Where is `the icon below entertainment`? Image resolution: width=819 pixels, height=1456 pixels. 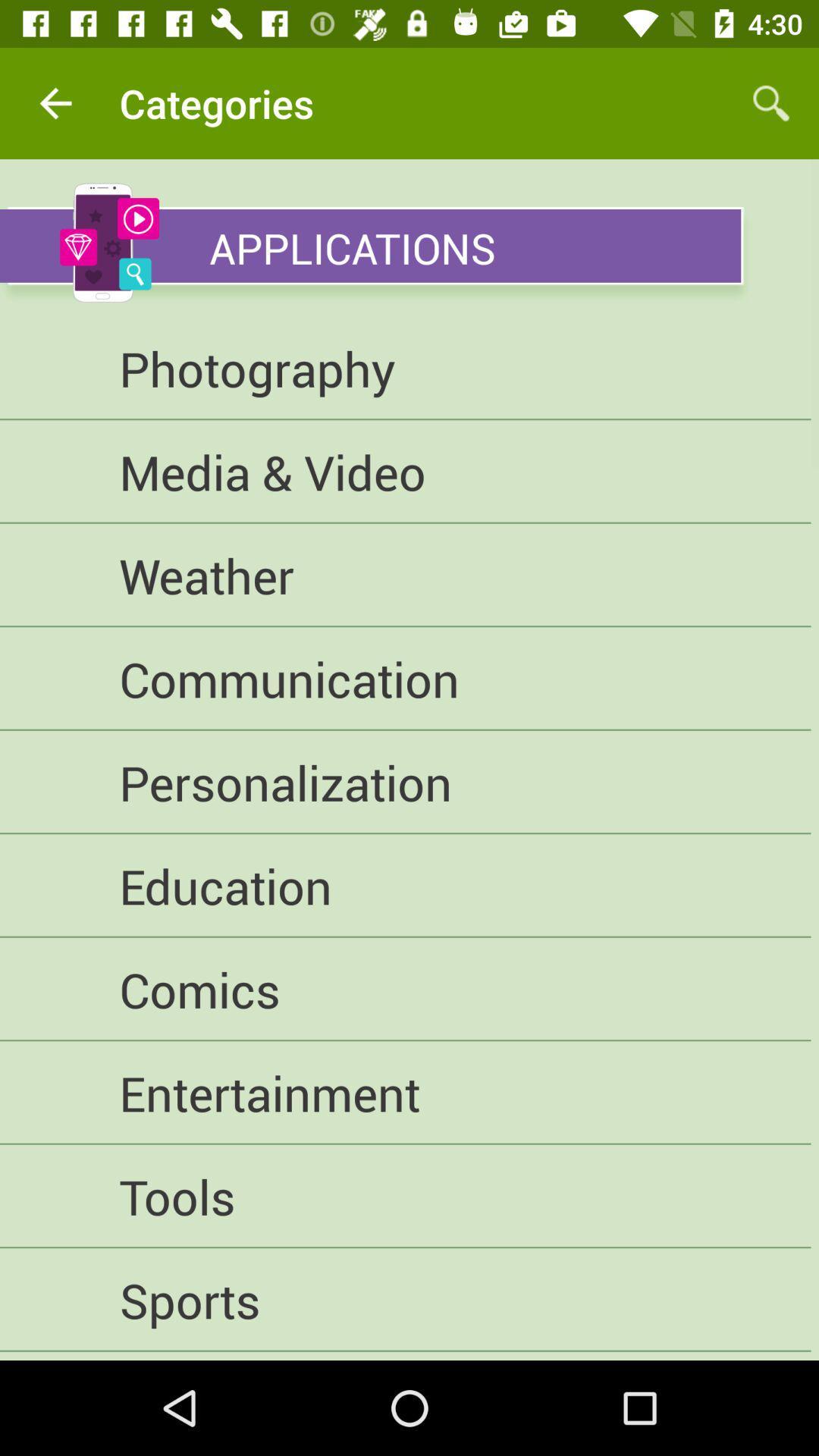
the icon below entertainment is located at coordinates (404, 1196).